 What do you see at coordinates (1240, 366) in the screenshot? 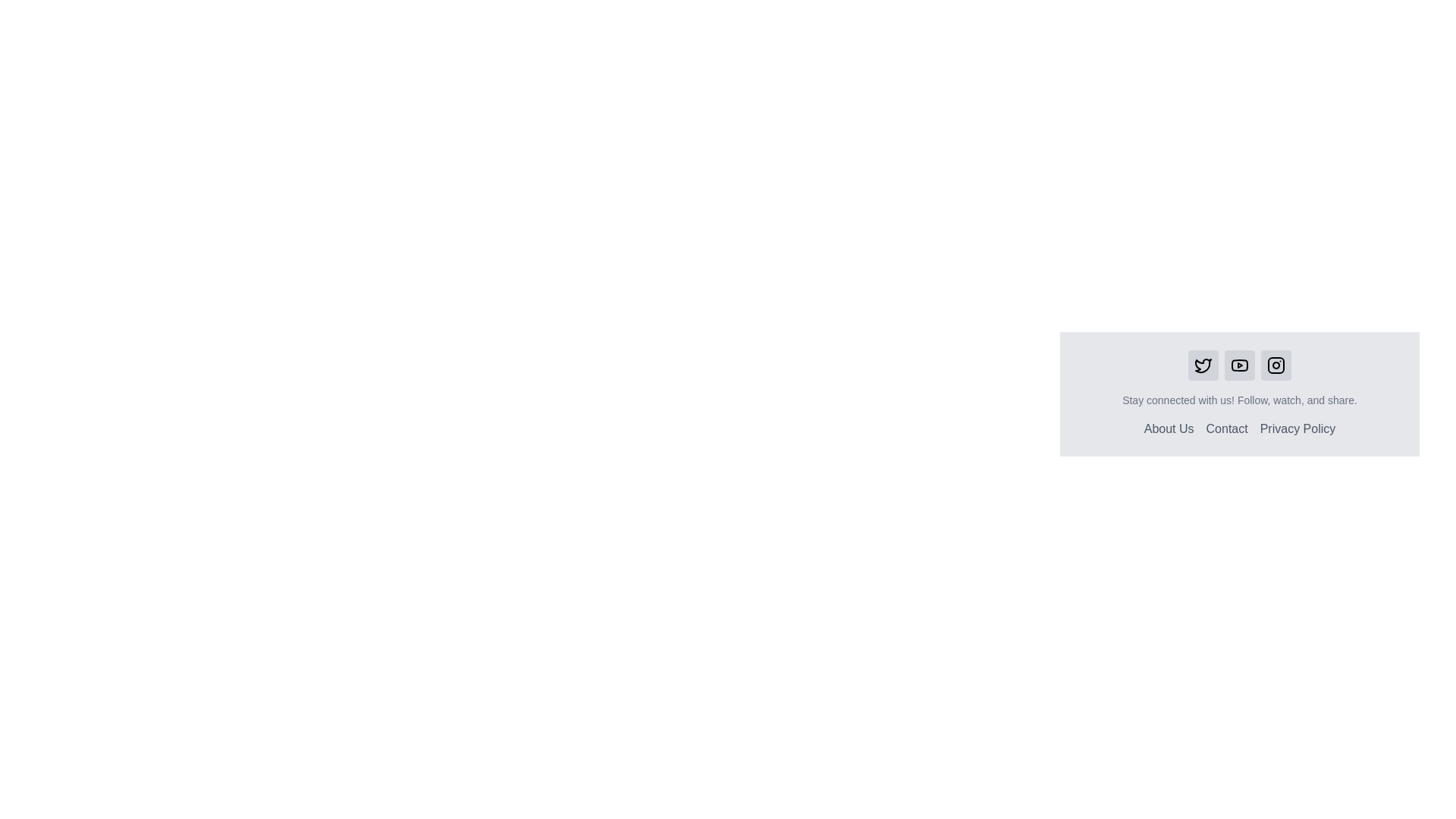
I see `the red play button icon resembling a YouTube logo, which is the second icon in a horizontal row of three icons` at bounding box center [1240, 366].